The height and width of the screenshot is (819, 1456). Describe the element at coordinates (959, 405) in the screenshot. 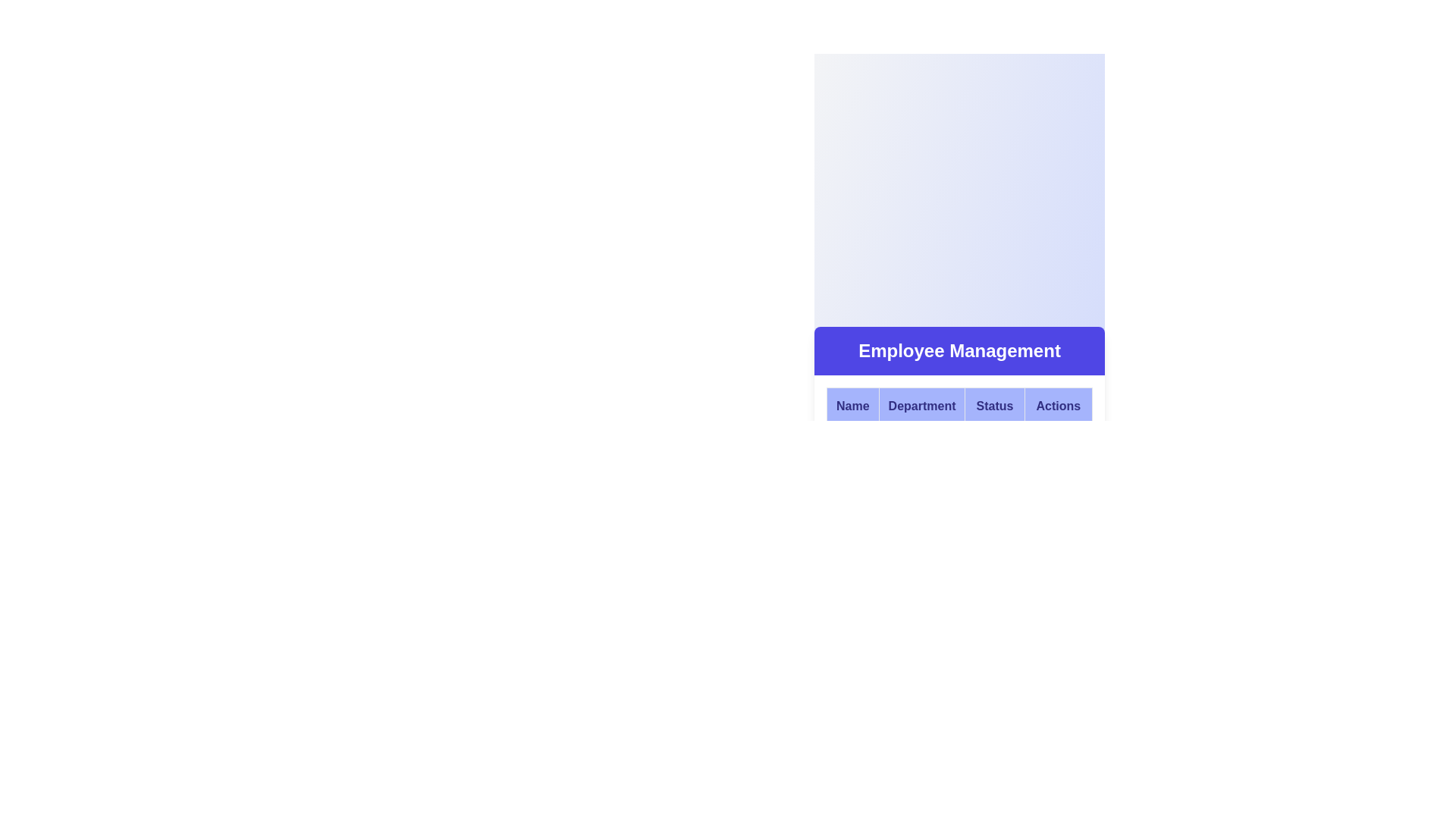

I see `titles of the Table Header Row for the Employee Management section, which includes Name, Department, Status, and Actions` at that location.